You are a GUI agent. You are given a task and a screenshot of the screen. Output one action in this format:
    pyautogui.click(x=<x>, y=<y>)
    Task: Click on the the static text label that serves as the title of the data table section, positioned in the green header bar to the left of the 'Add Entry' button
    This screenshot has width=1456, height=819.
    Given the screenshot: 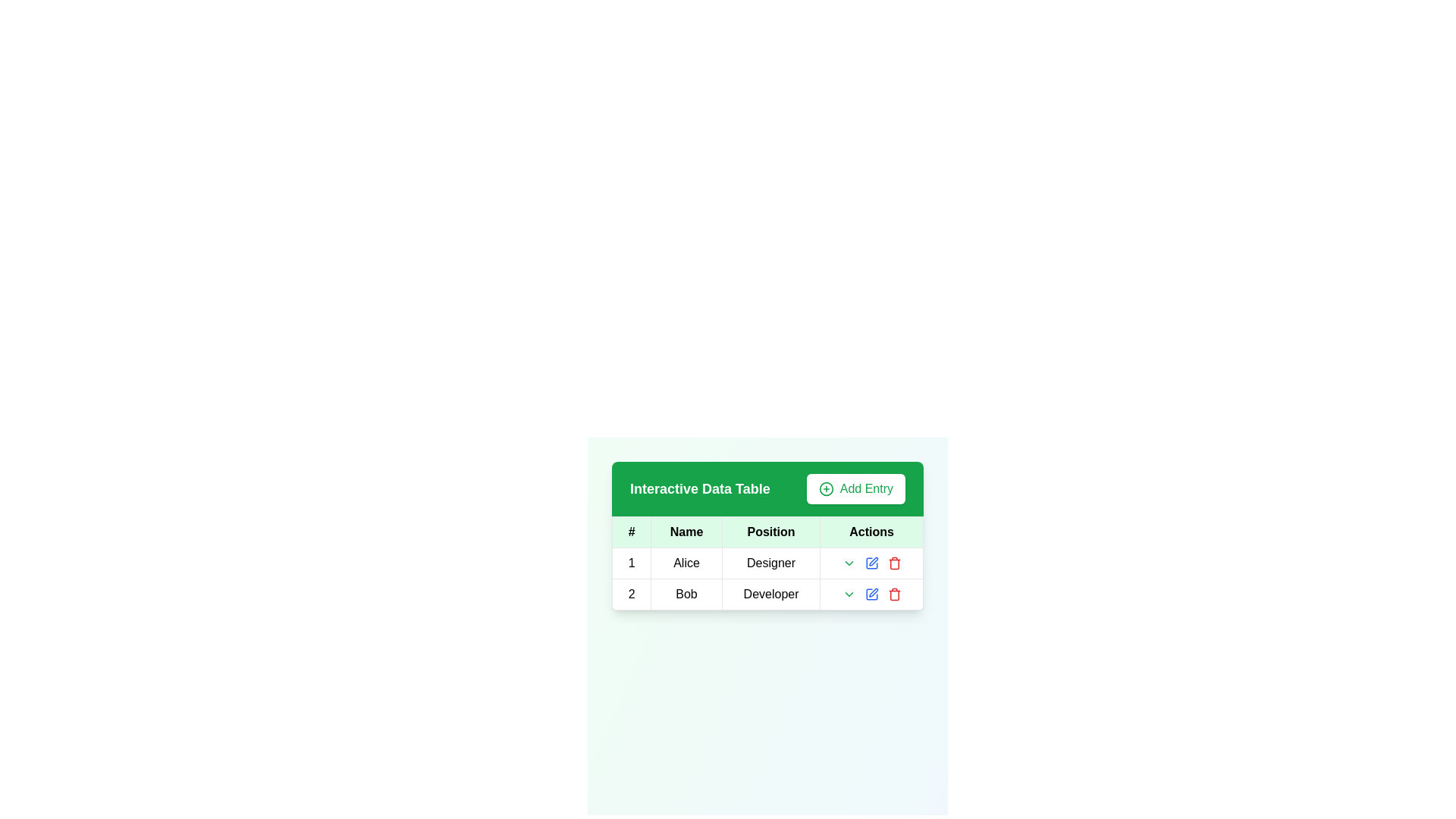 What is the action you would take?
    pyautogui.click(x=699, y=488)
    